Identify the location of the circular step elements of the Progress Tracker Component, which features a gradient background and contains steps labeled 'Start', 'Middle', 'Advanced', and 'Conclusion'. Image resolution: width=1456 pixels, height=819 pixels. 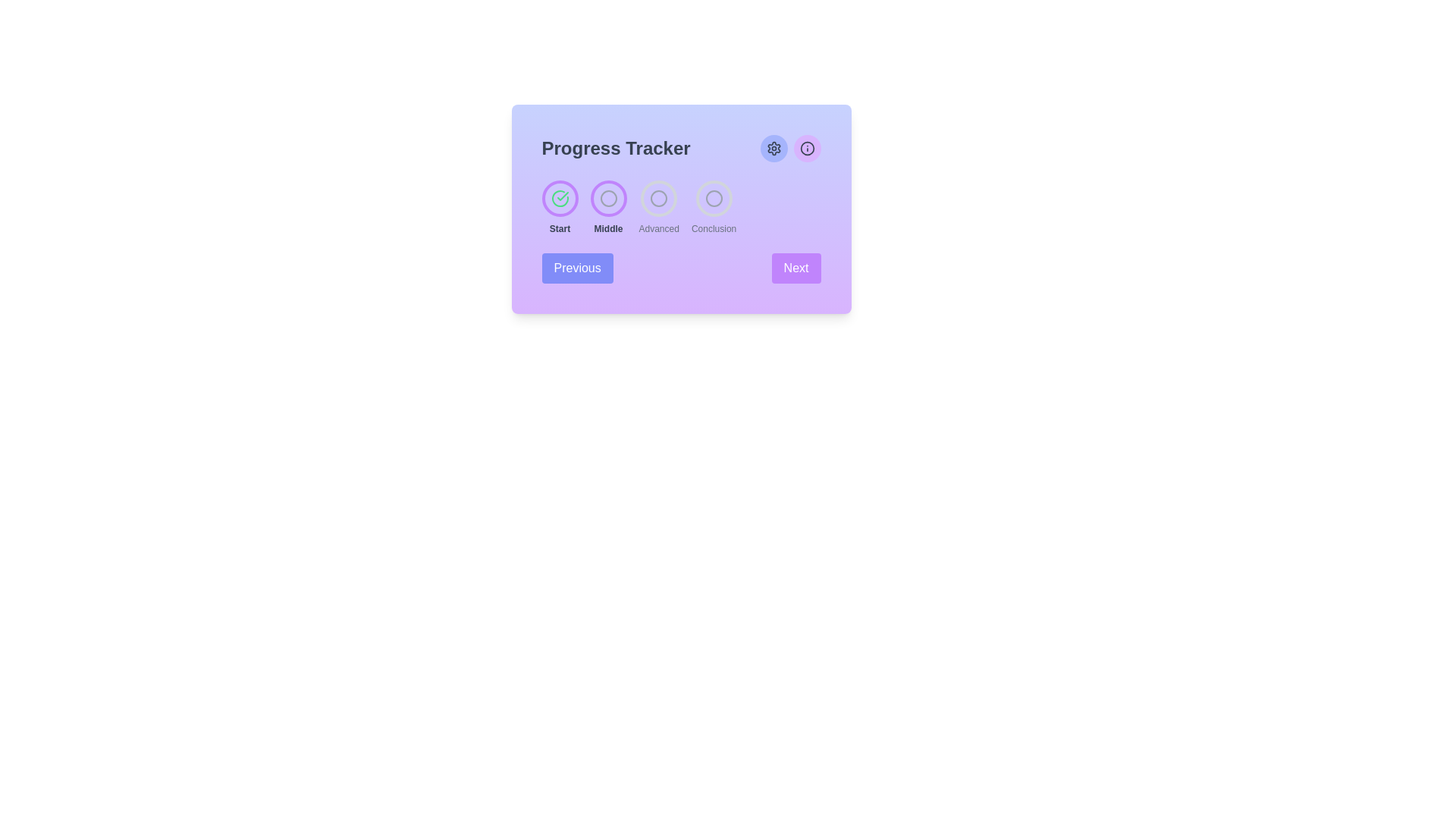
(680, 209).